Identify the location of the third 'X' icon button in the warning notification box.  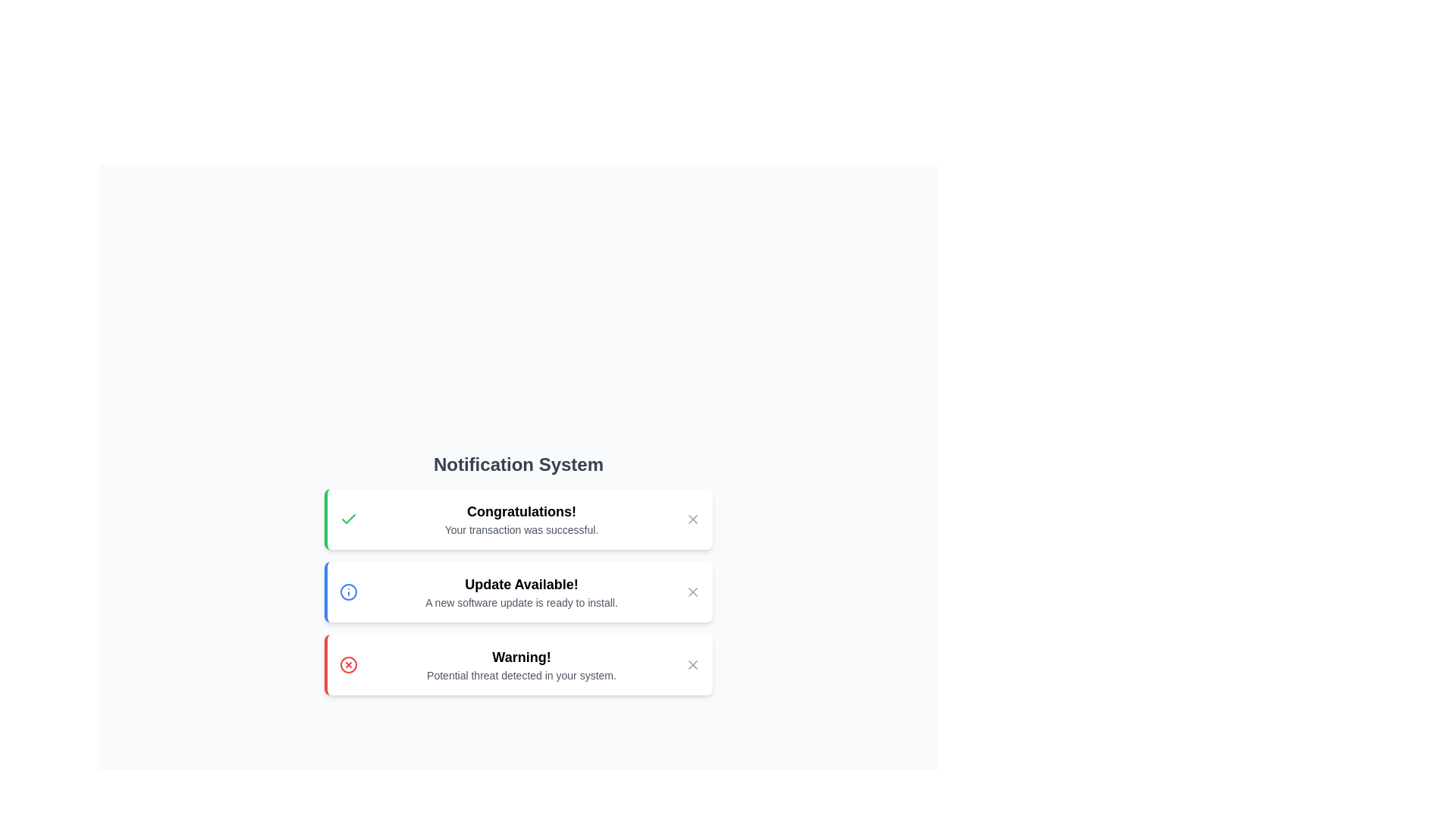
(692, 664).